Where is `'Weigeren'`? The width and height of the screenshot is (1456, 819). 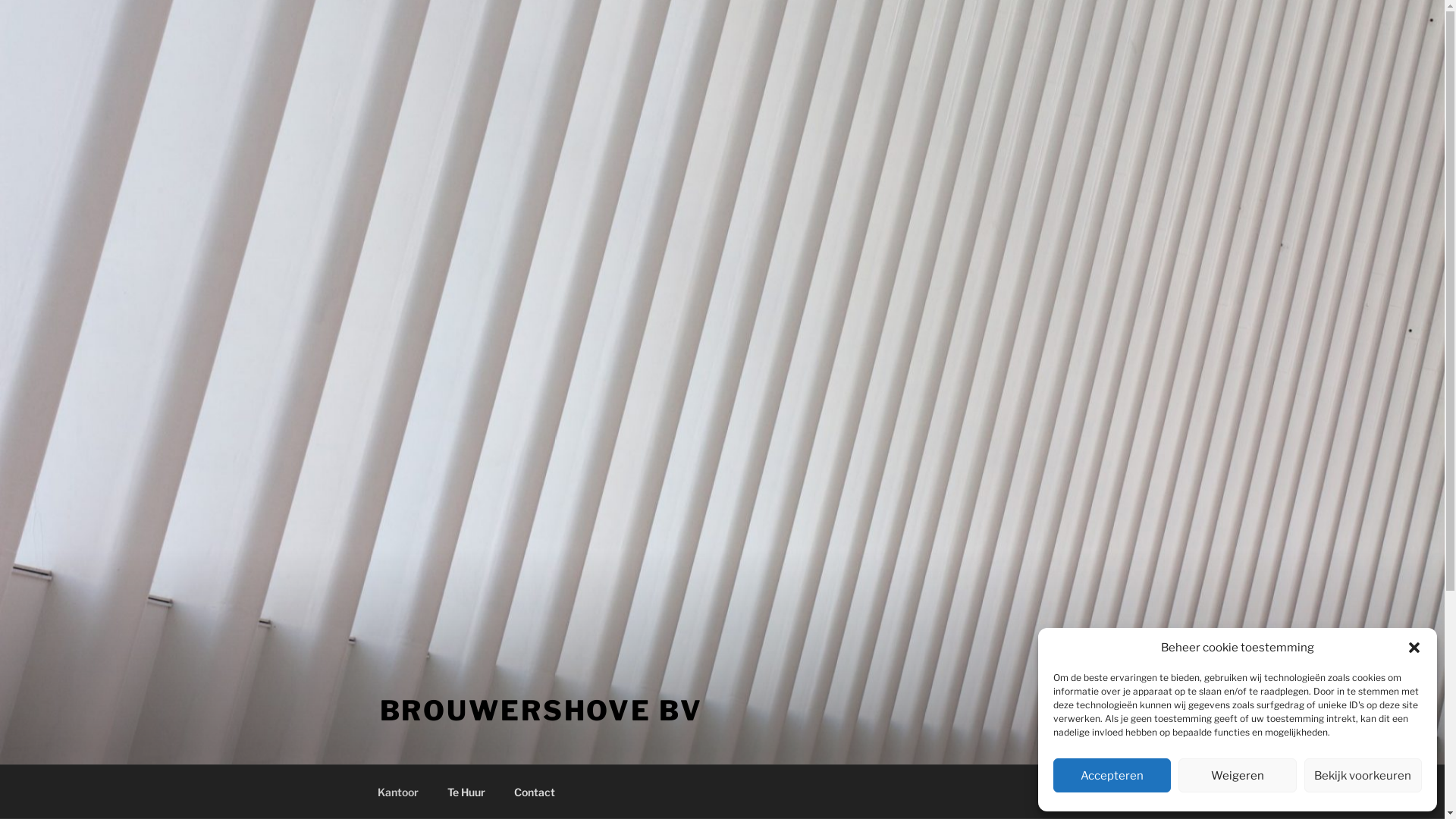
'Weigeren' is located at coordinates (1237, 775).